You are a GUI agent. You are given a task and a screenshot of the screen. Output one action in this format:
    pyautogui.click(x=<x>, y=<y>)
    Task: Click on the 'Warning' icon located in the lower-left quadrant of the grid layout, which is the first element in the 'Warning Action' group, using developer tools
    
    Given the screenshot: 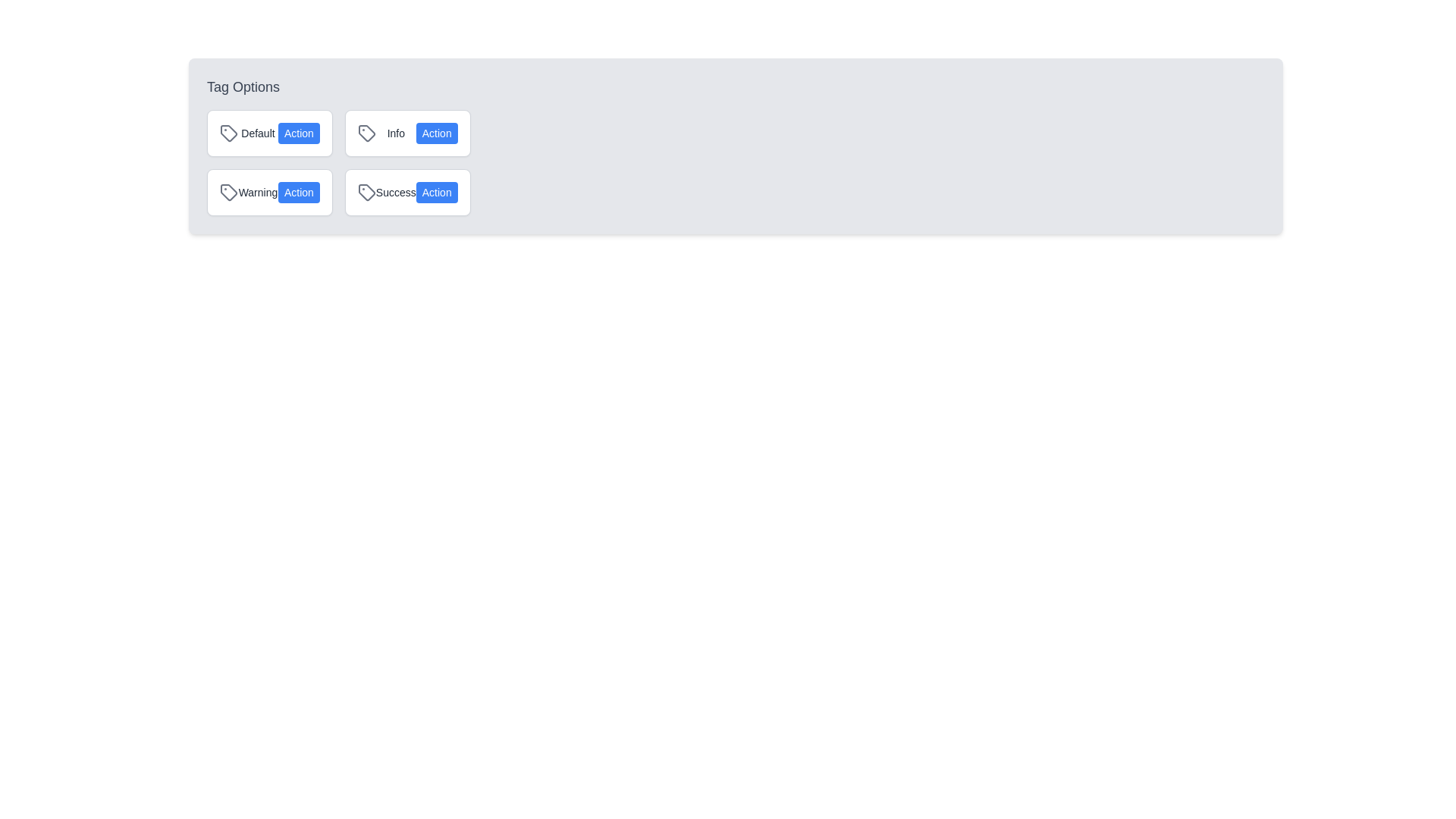 What is the action you would take?
    pyautogui.click(x=228, y=192)
    